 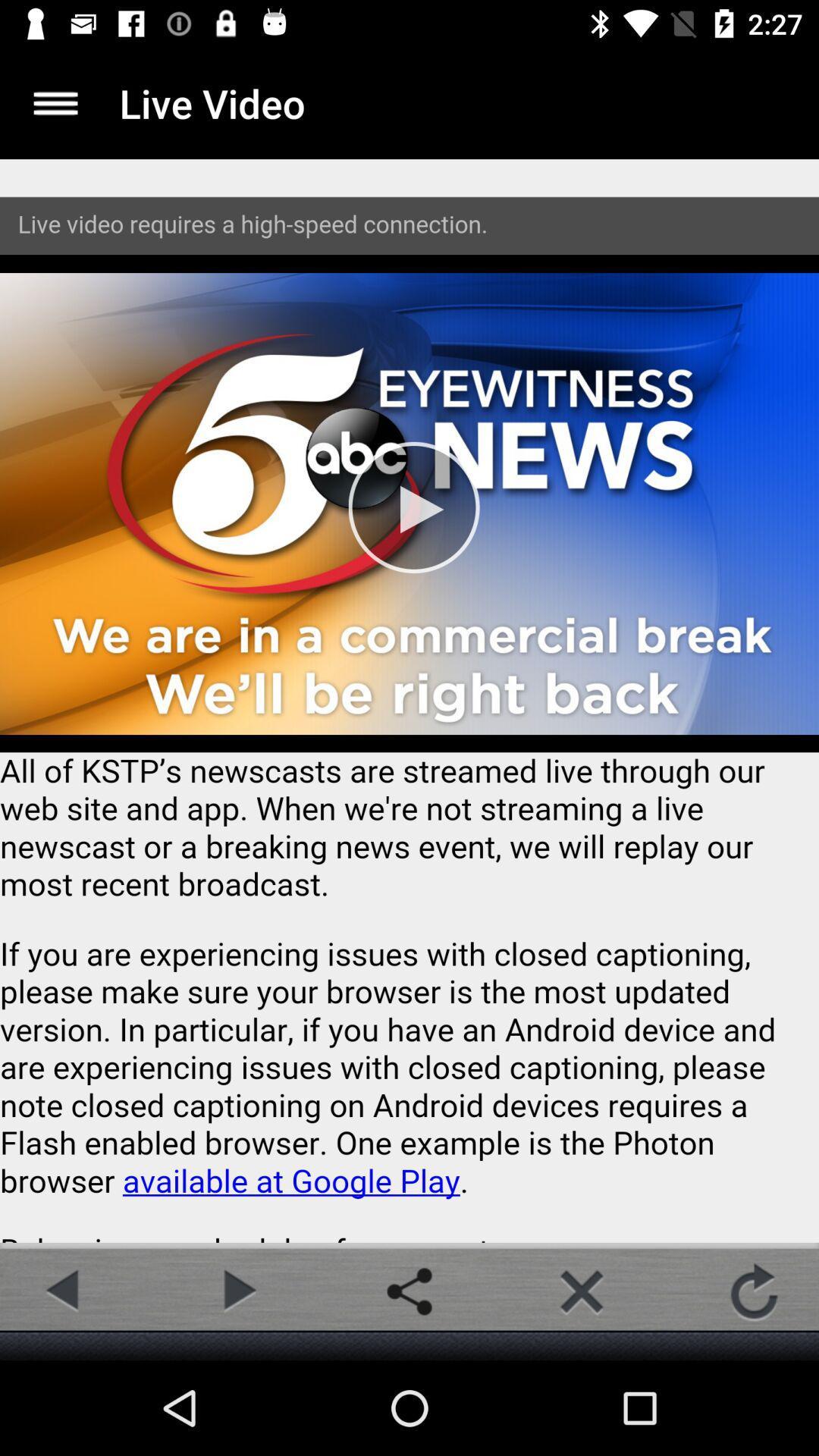 I want to click on button, so click(x=581, y=1291).